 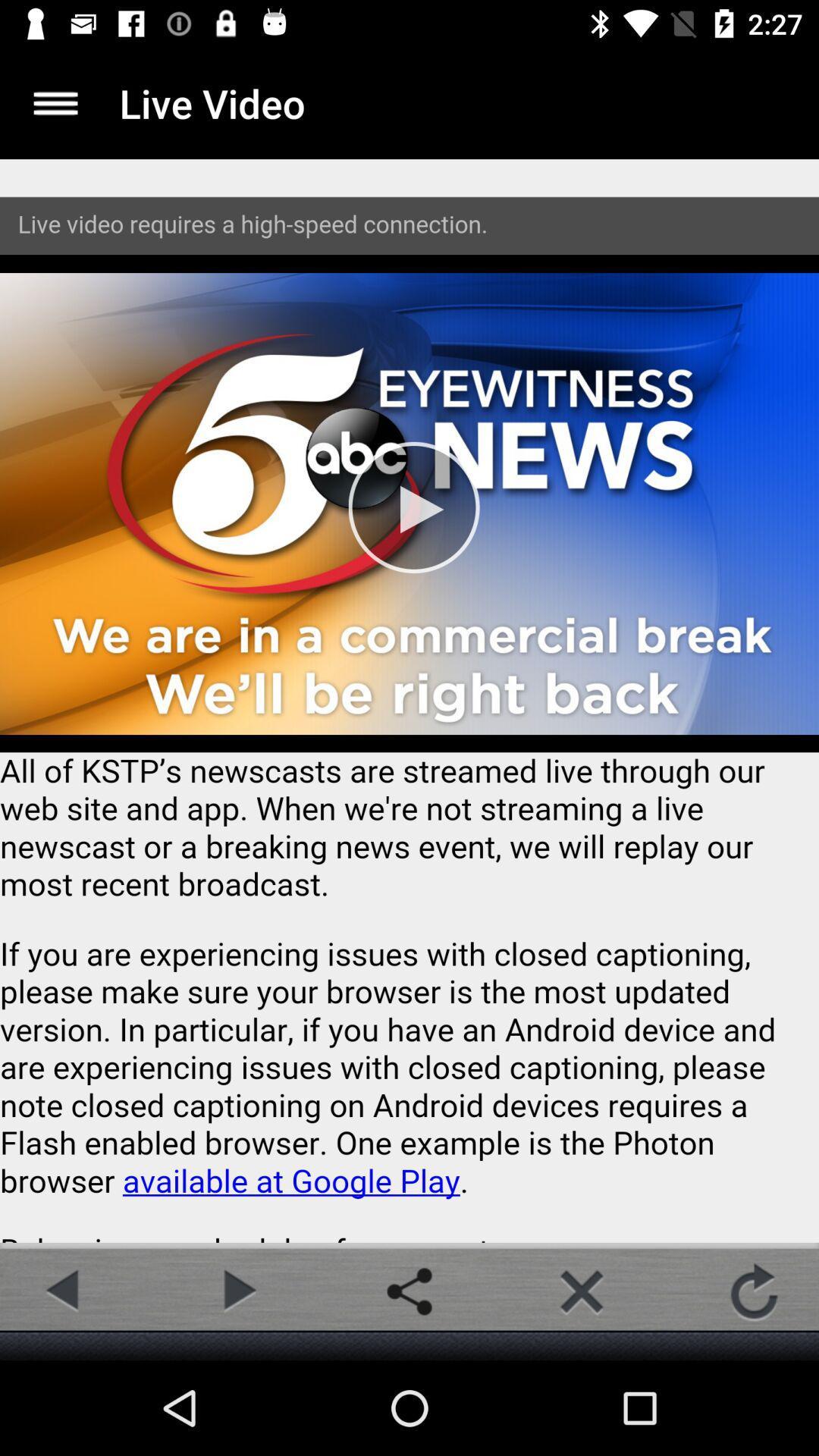 I want to click on button, so click(x=581, y=1291).